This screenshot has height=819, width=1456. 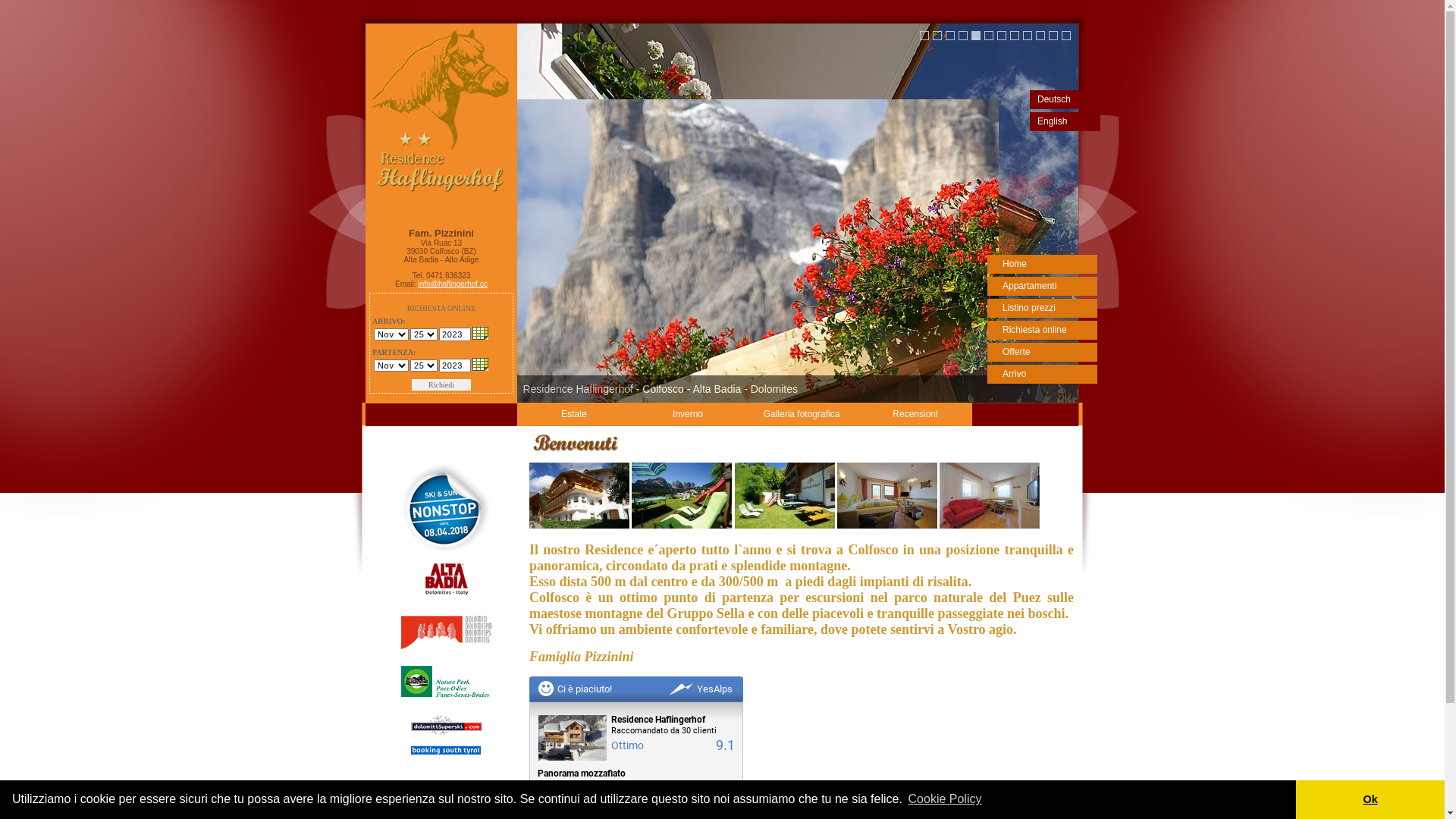 What do you see at coordinates (1064, 121) in the screenshot?
I see `'English'` at bounding box center [1064, 121].